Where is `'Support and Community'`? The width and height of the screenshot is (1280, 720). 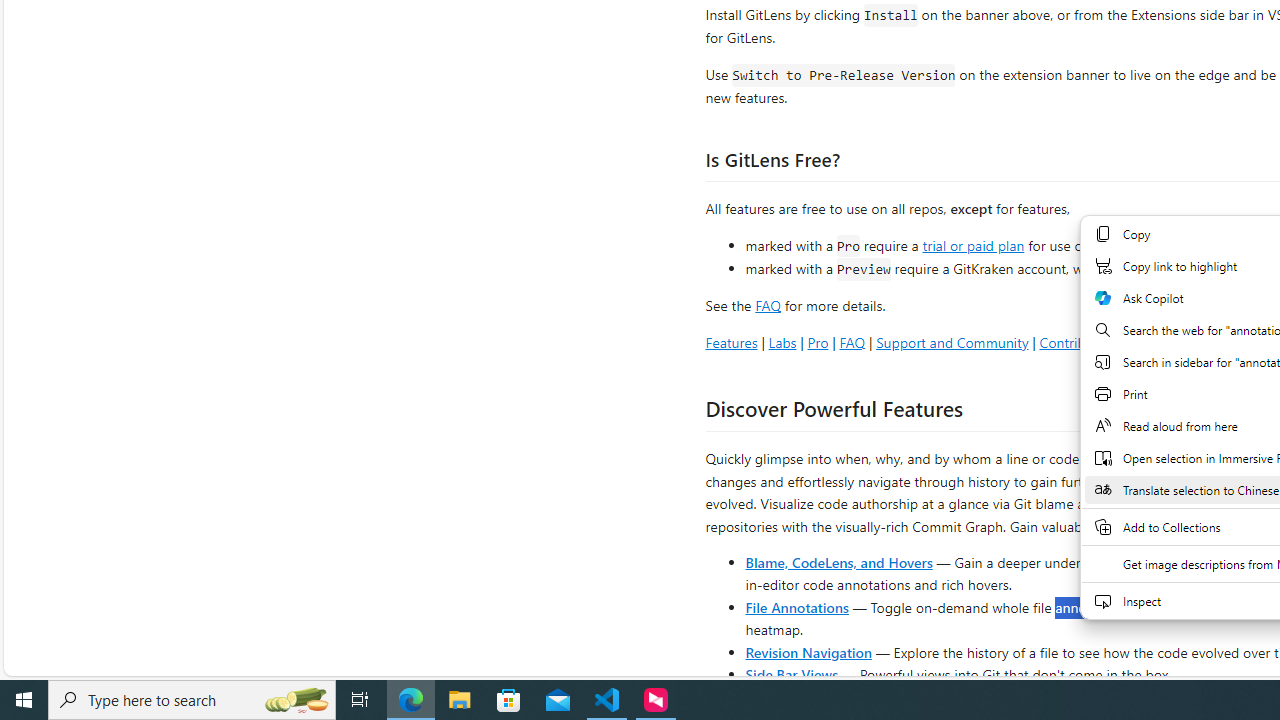 'Support and Community' is located at coordinates (951, 341).